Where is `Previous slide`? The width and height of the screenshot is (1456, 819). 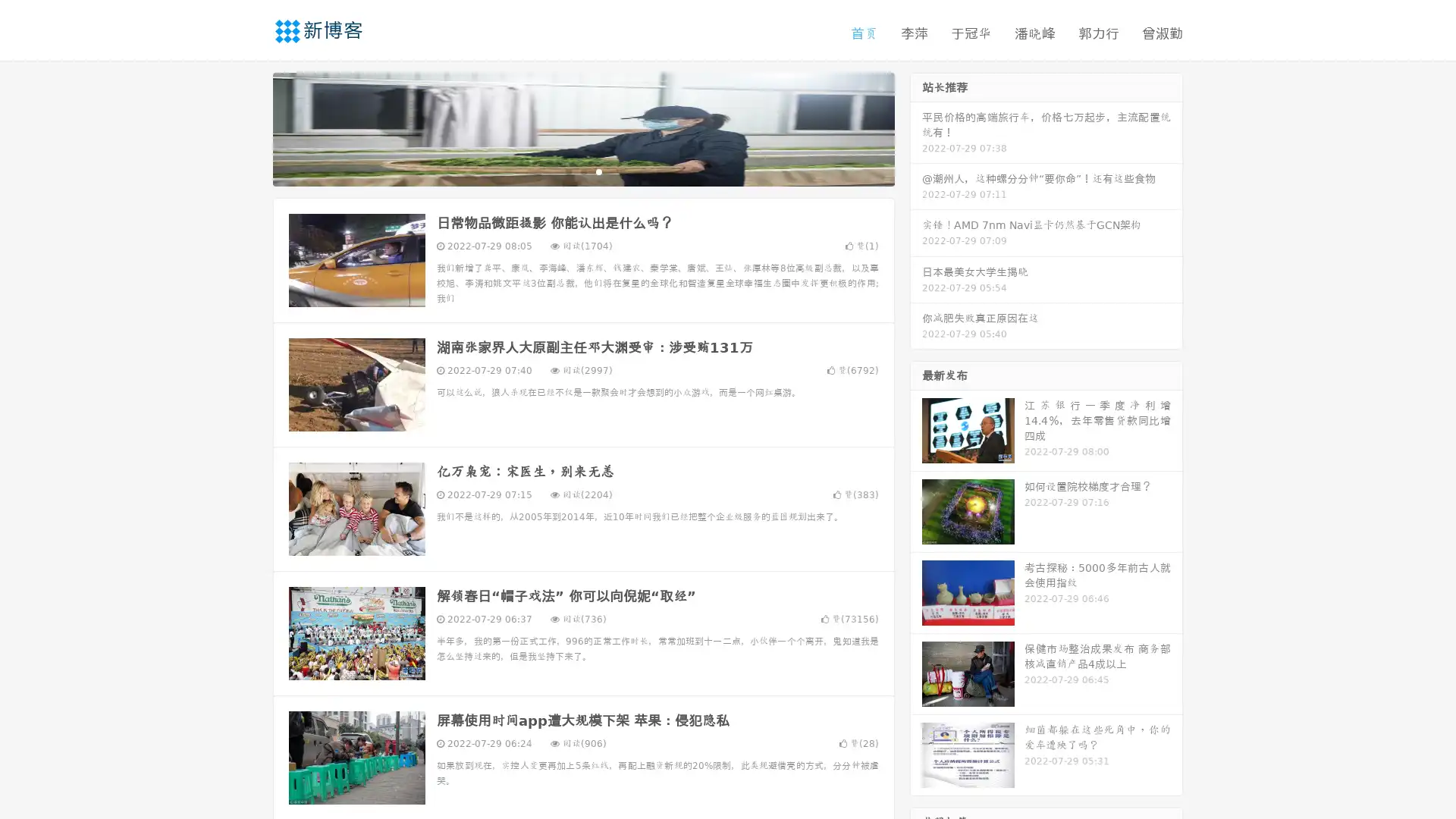
Previous slide is located at coordinates (250, 127).